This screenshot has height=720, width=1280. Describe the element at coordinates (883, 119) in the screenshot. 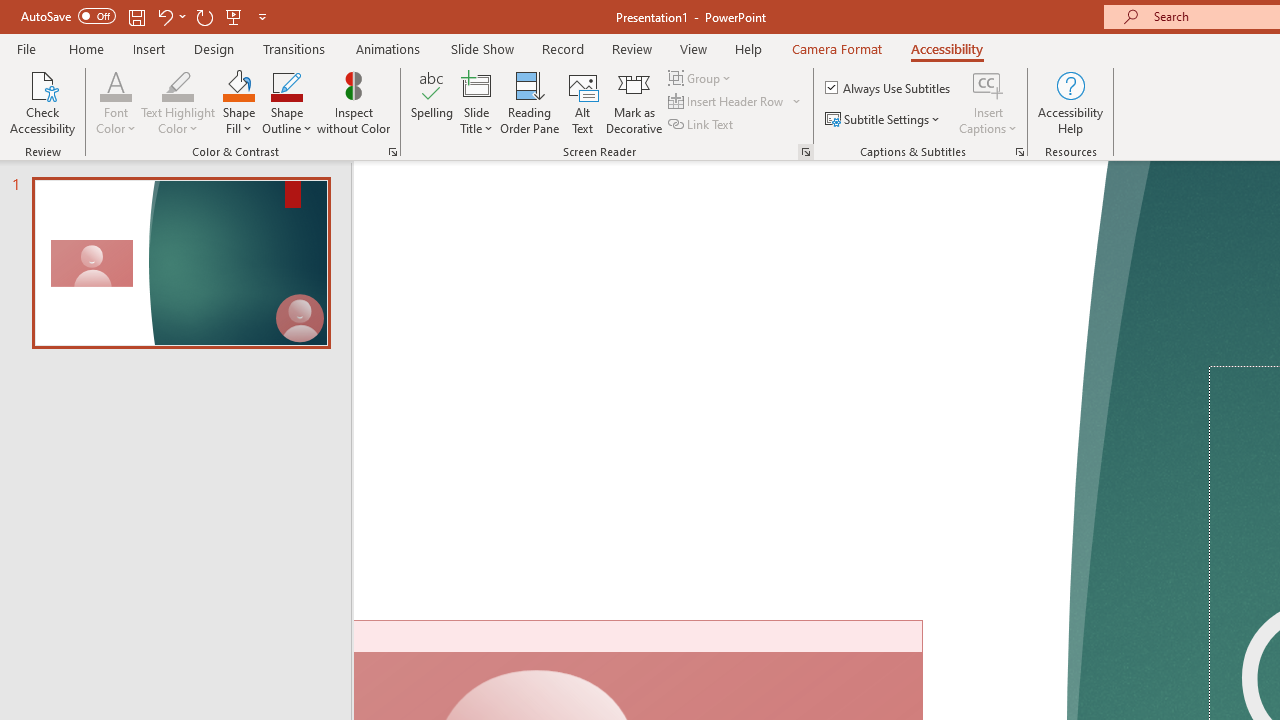

I see `'Subtitle Settings'` at that location.